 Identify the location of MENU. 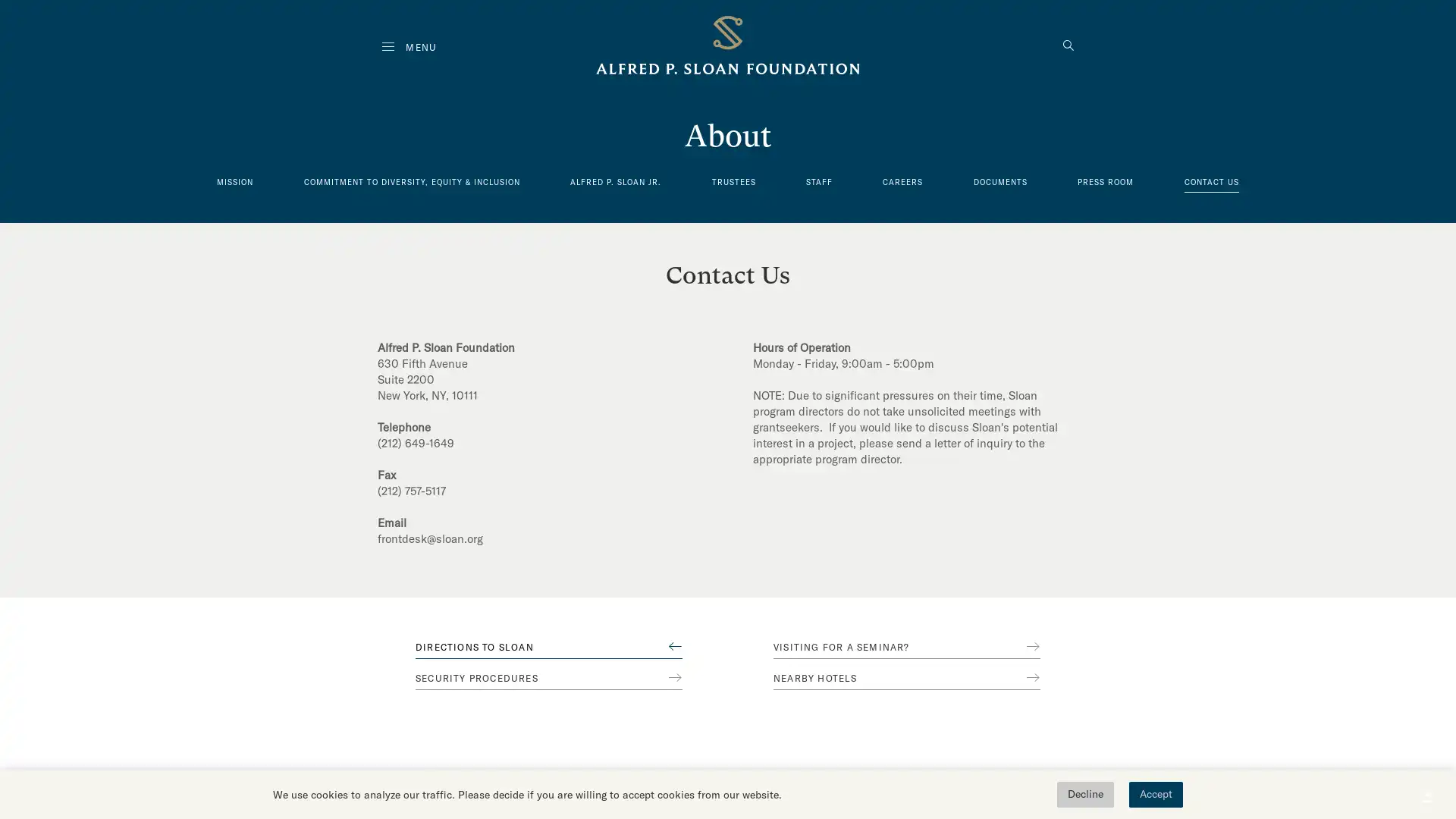
(409, 46).